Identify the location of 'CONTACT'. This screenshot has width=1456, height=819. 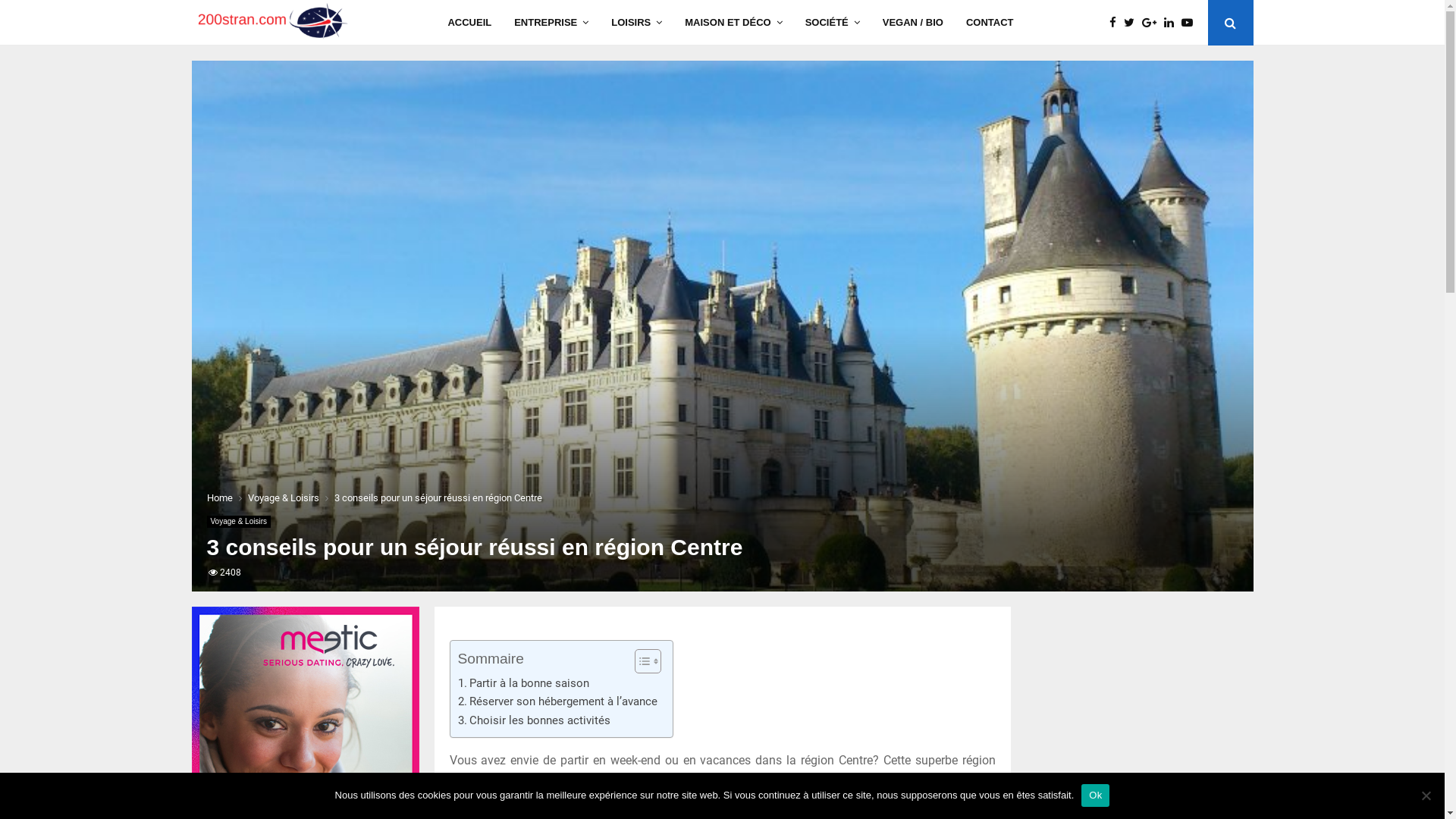
(990, 23).